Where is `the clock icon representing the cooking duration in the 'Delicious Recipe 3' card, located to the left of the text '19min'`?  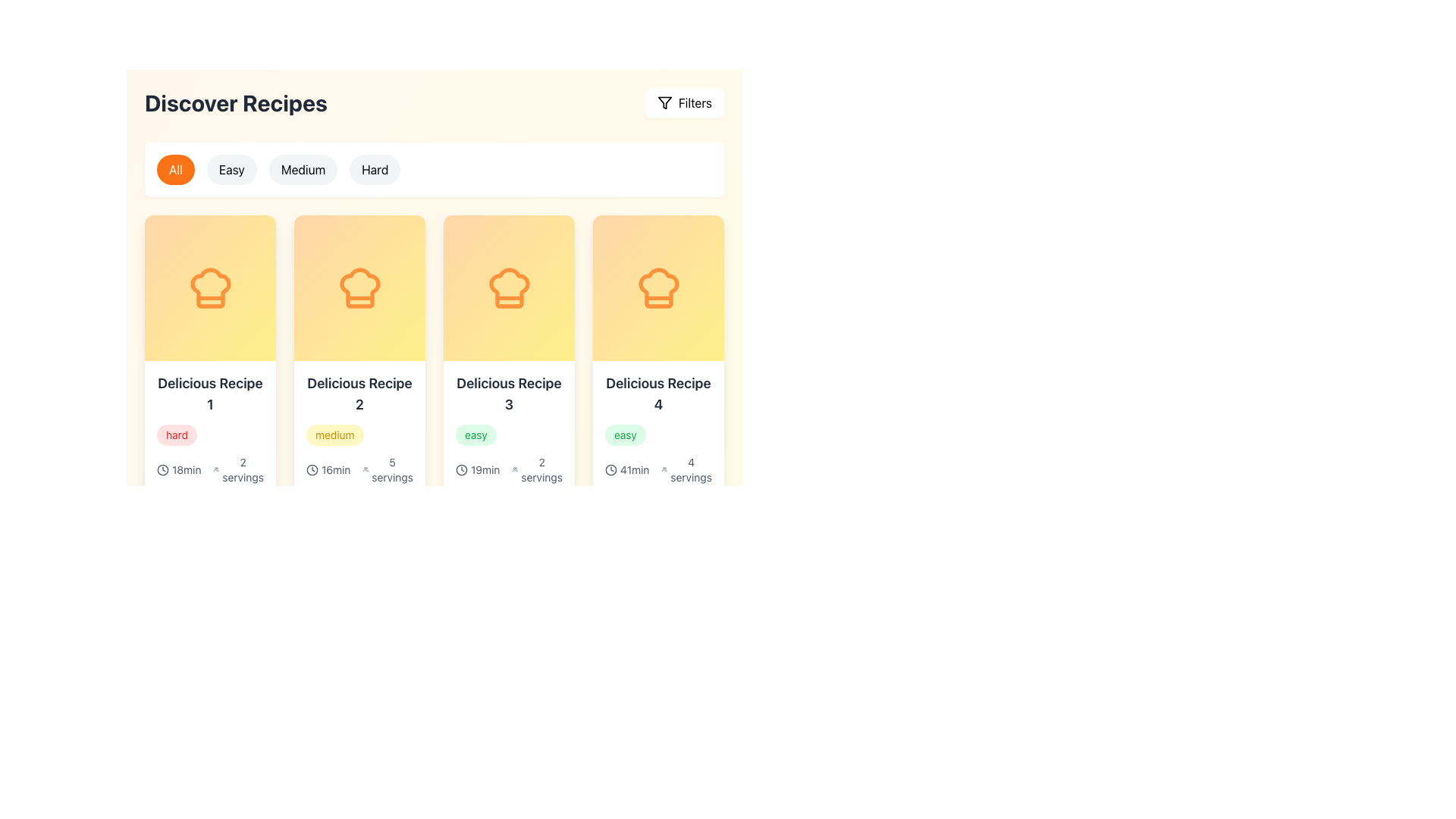 the clock icon representing the cooking duration in the 'Delicious Recipe 3' card, located to the left of the text '19min' is located at coordinates (461, 469).